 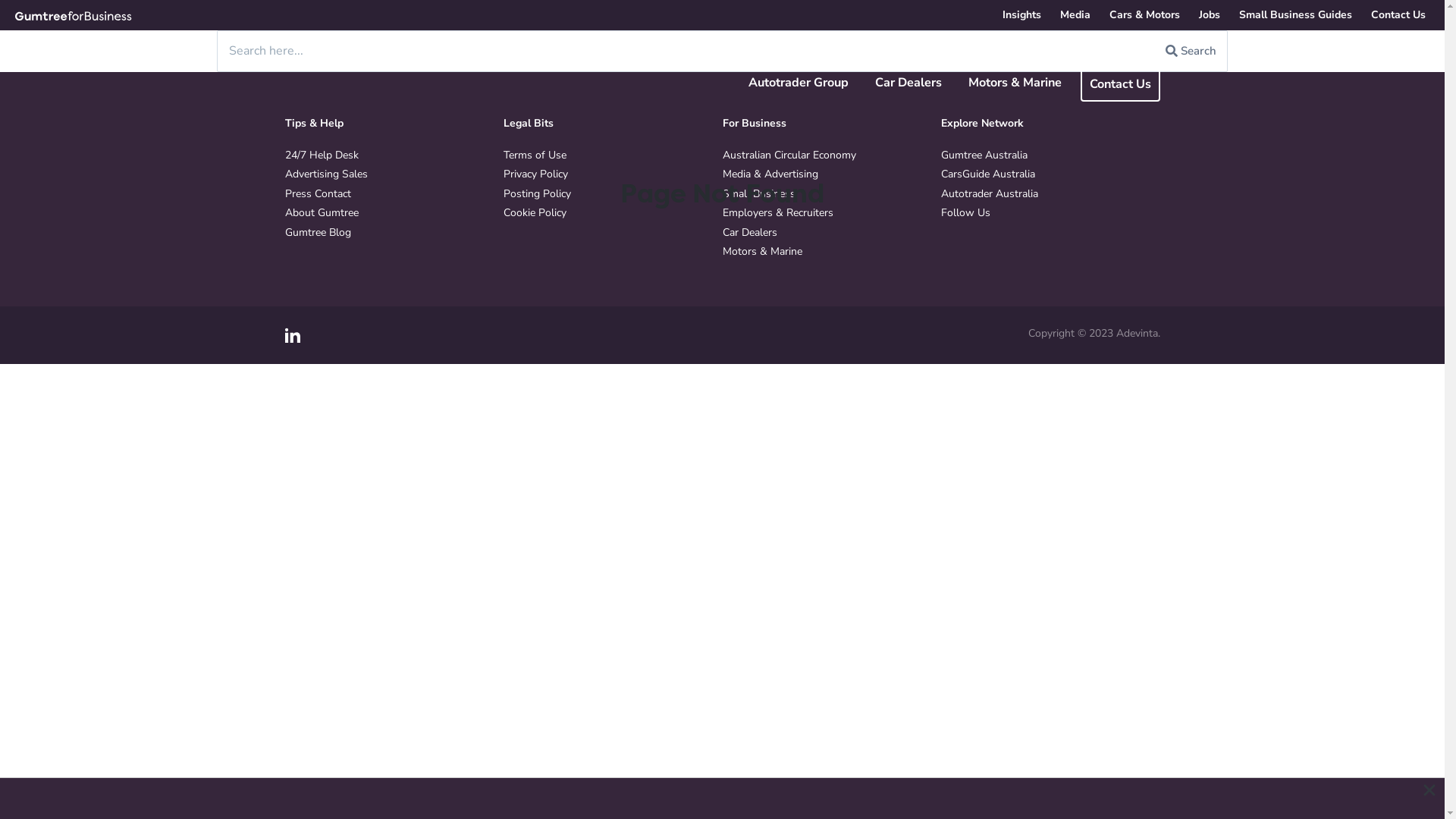 I want to click on 'Australian Circular Economy', so click(x=789, y=155).